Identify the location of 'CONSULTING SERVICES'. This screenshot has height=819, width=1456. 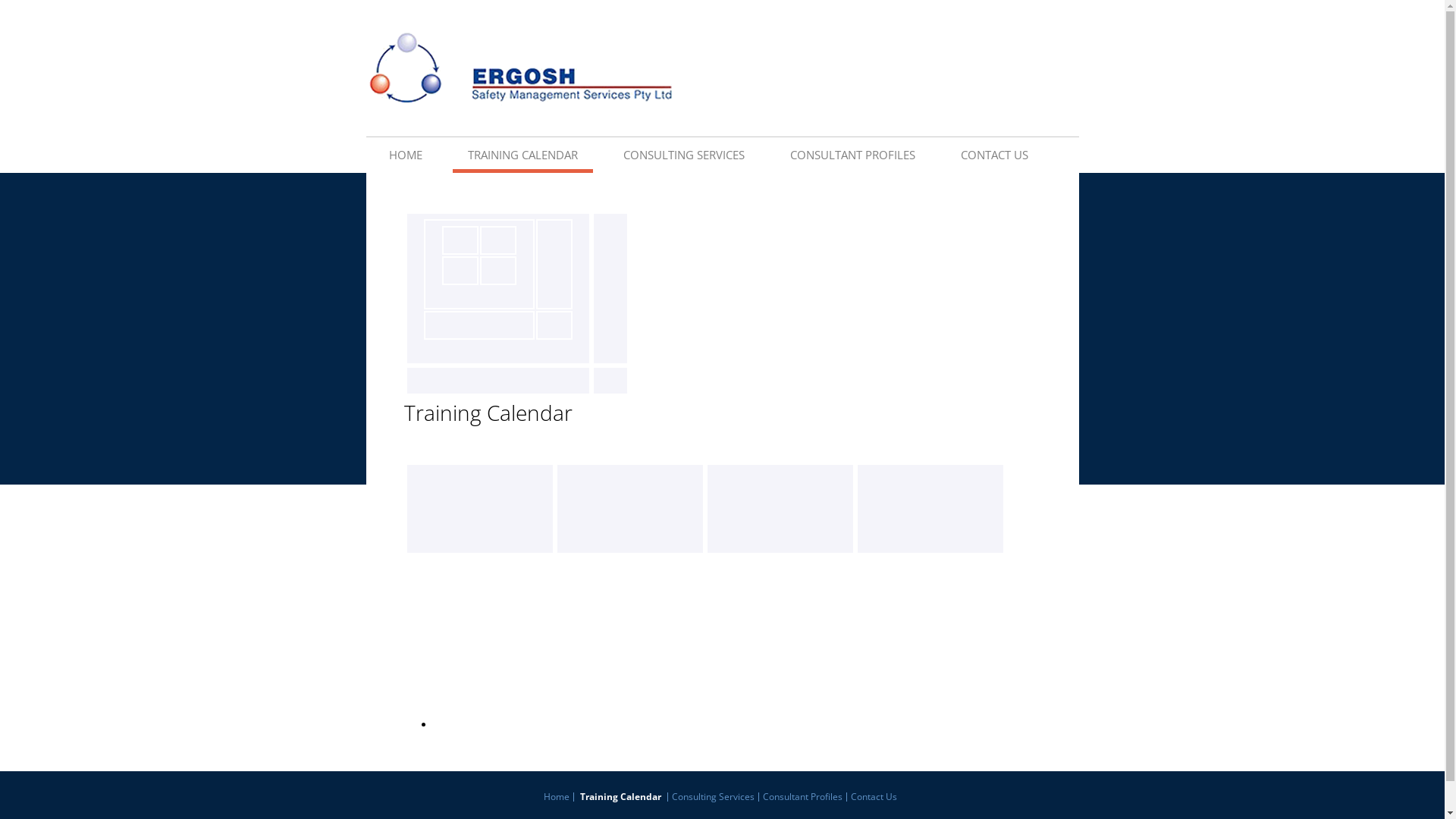
(683, 152).